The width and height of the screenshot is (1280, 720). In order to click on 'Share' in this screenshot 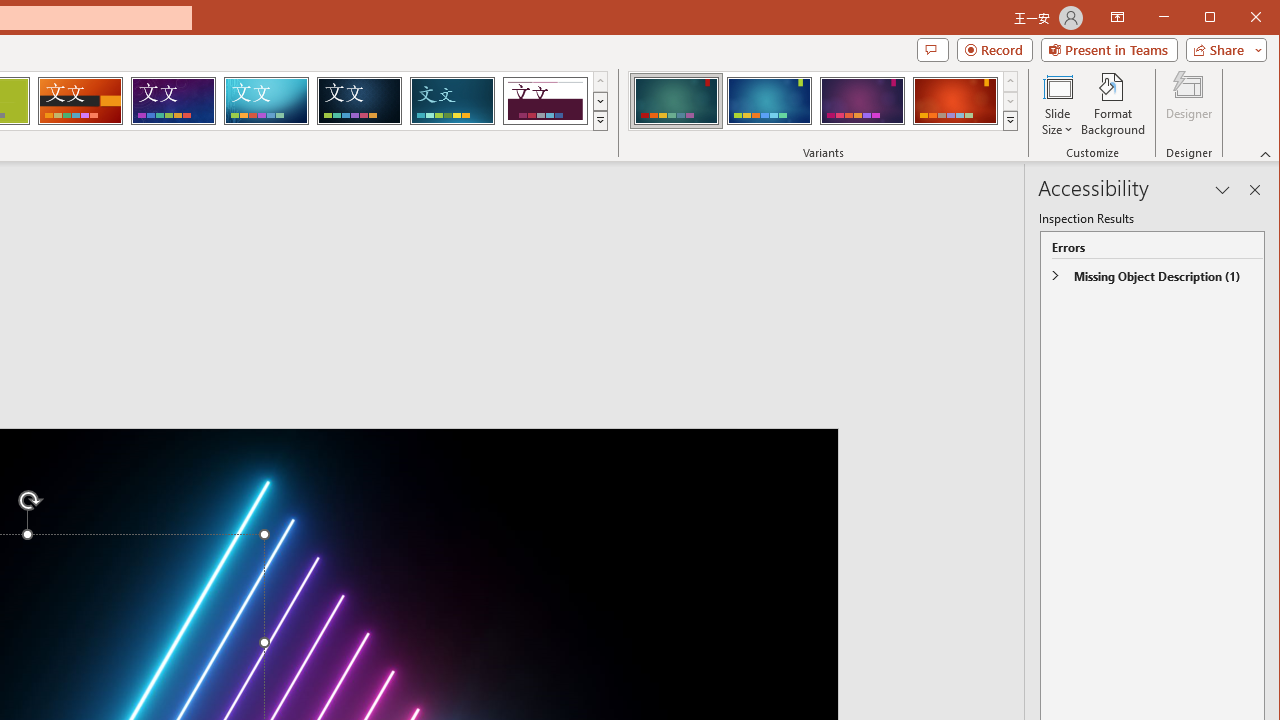, I will do `click(1221, 49)`.